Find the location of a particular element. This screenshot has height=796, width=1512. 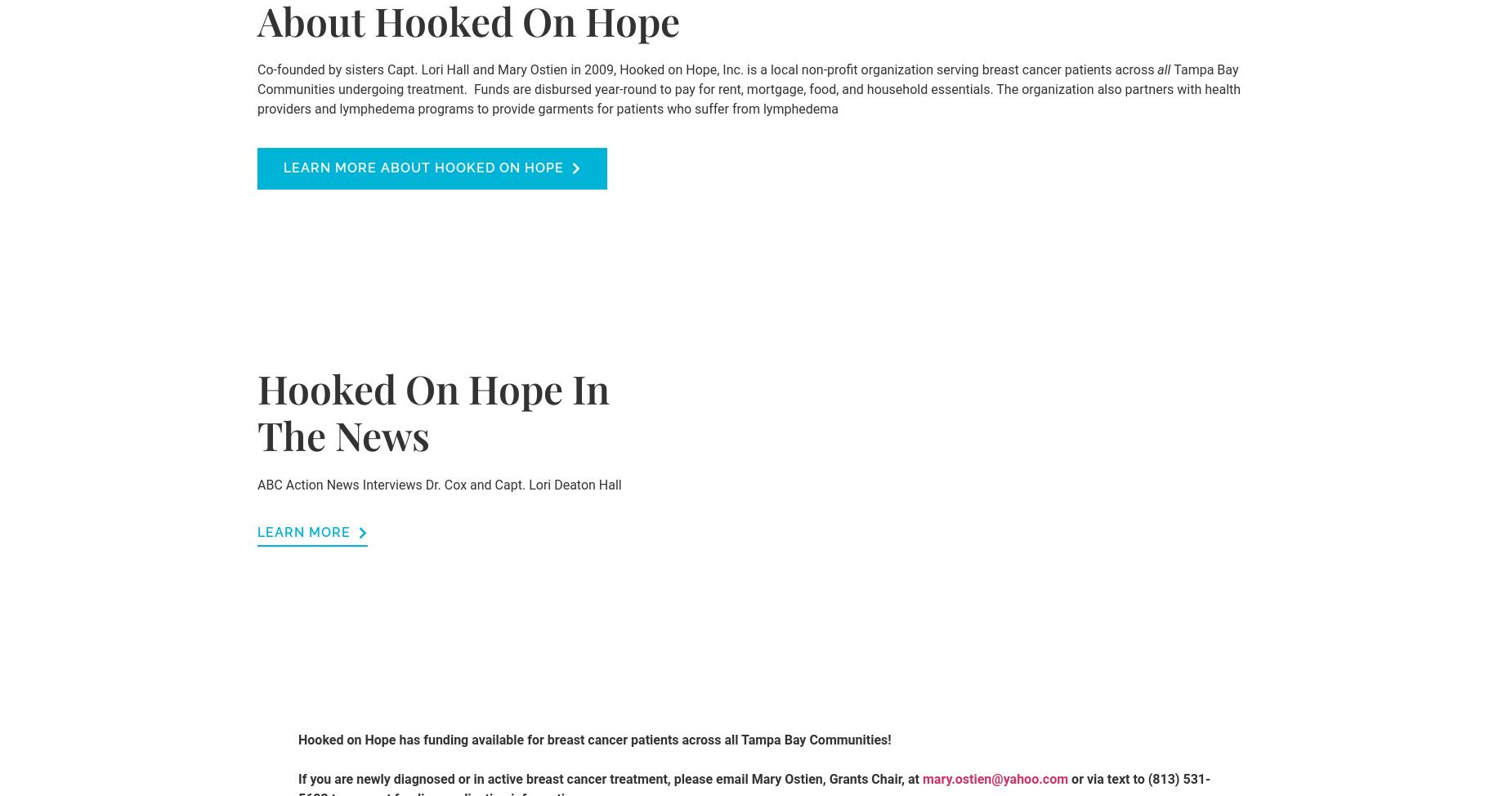

'Learn more' is located at coordinates (303, 532).